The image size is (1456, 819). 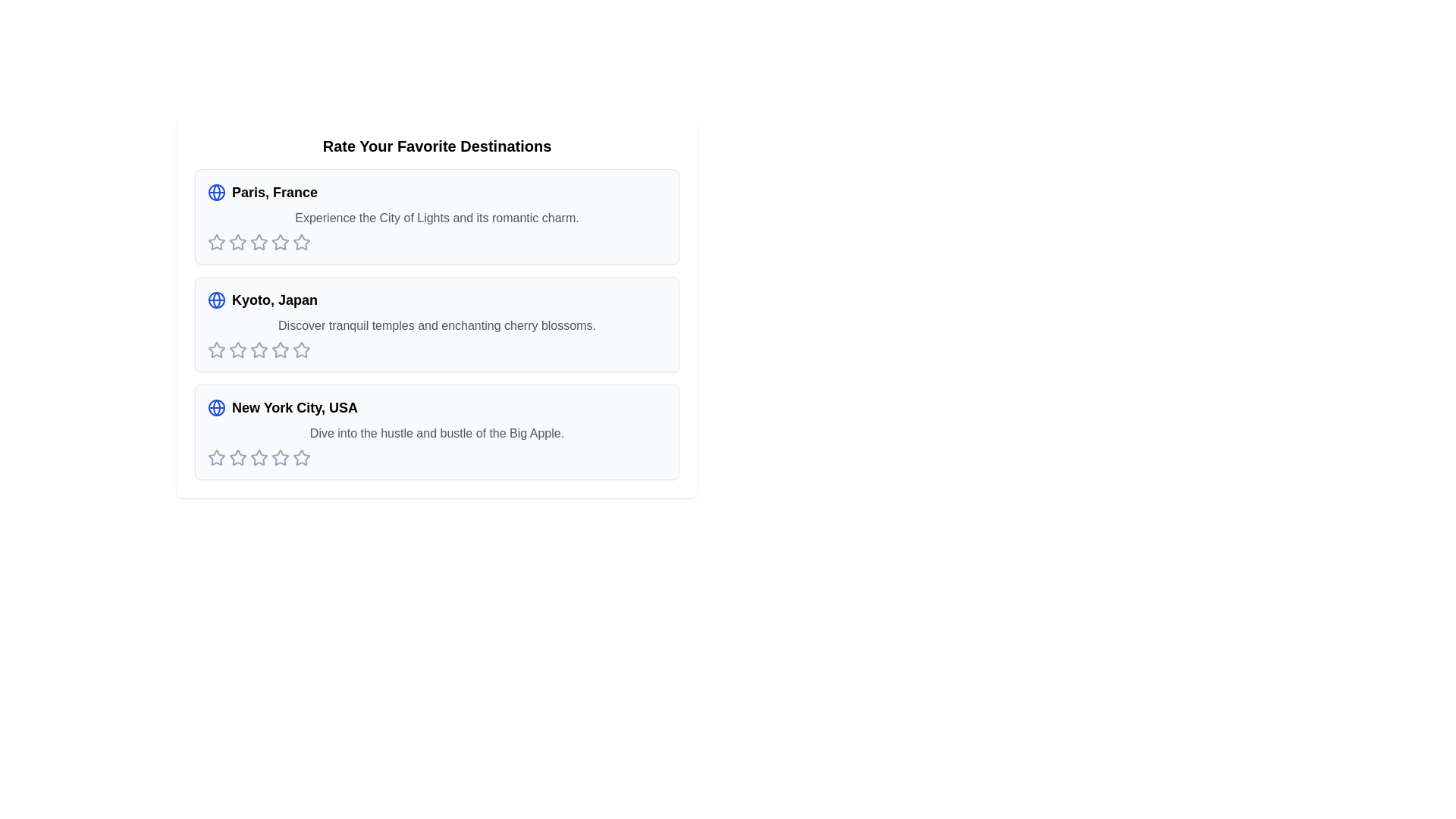 What do you see at coordinates (237, 350) in the screenshot?
I see `the third star icon in the rating row of the 'Kyoto, Japan' section` at bounding box center [237, 350].